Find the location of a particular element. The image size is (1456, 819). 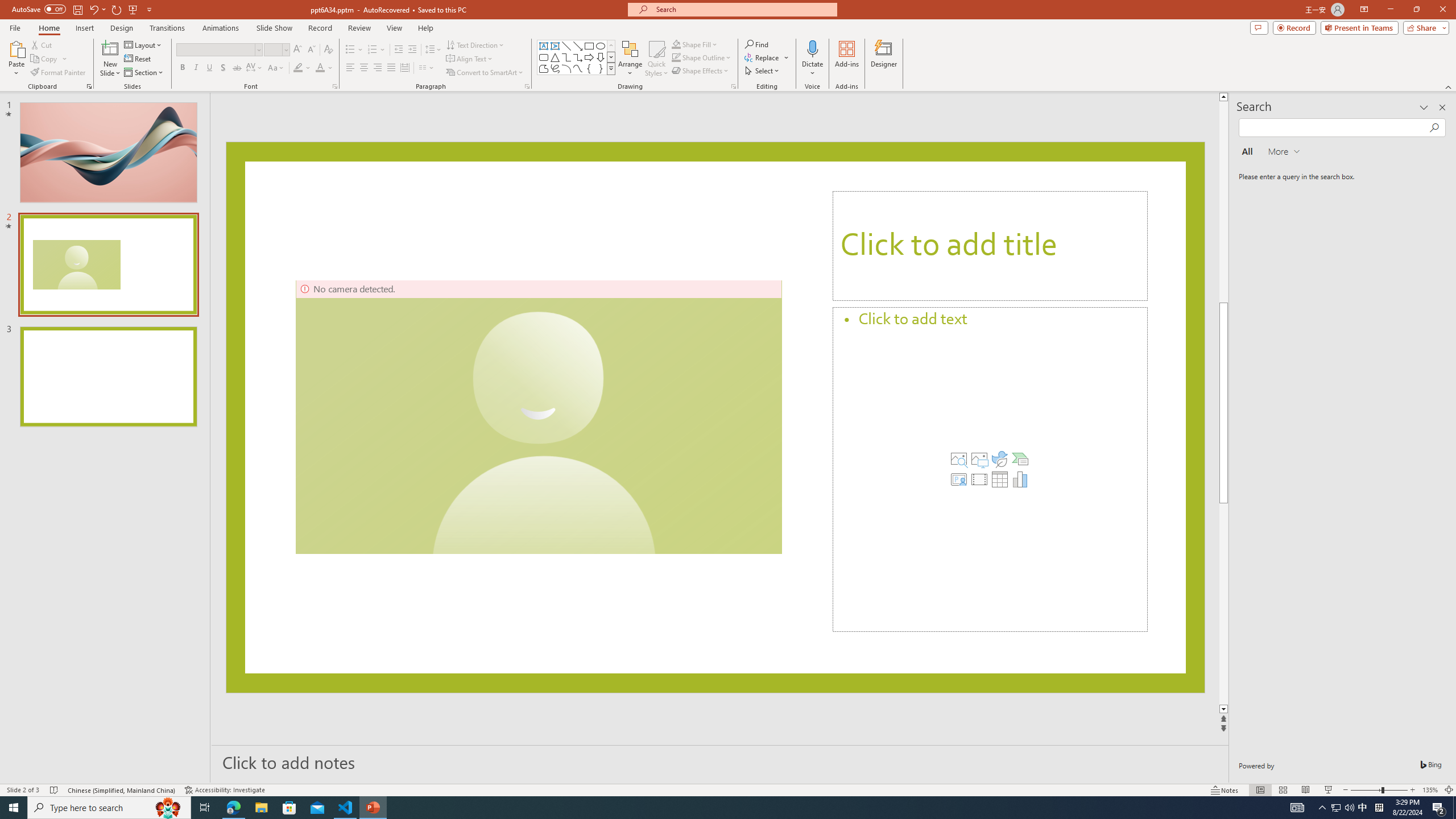

'Connector: Elbow Arrow' is located at coordinates (577, 56).